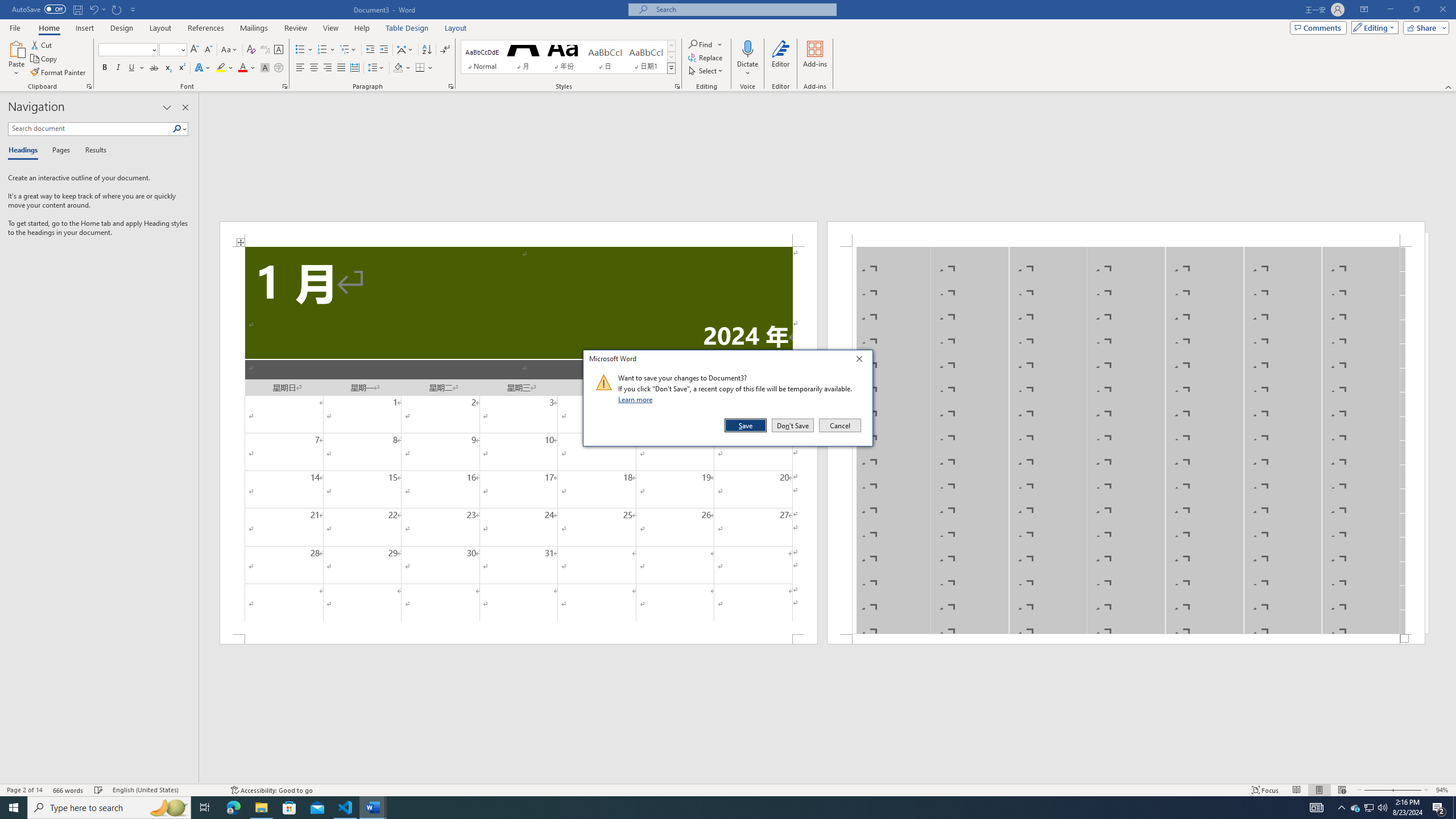 The width and height of the screenshot is (1456, 819). I want to click on 'Align Left', so click(300, 67).